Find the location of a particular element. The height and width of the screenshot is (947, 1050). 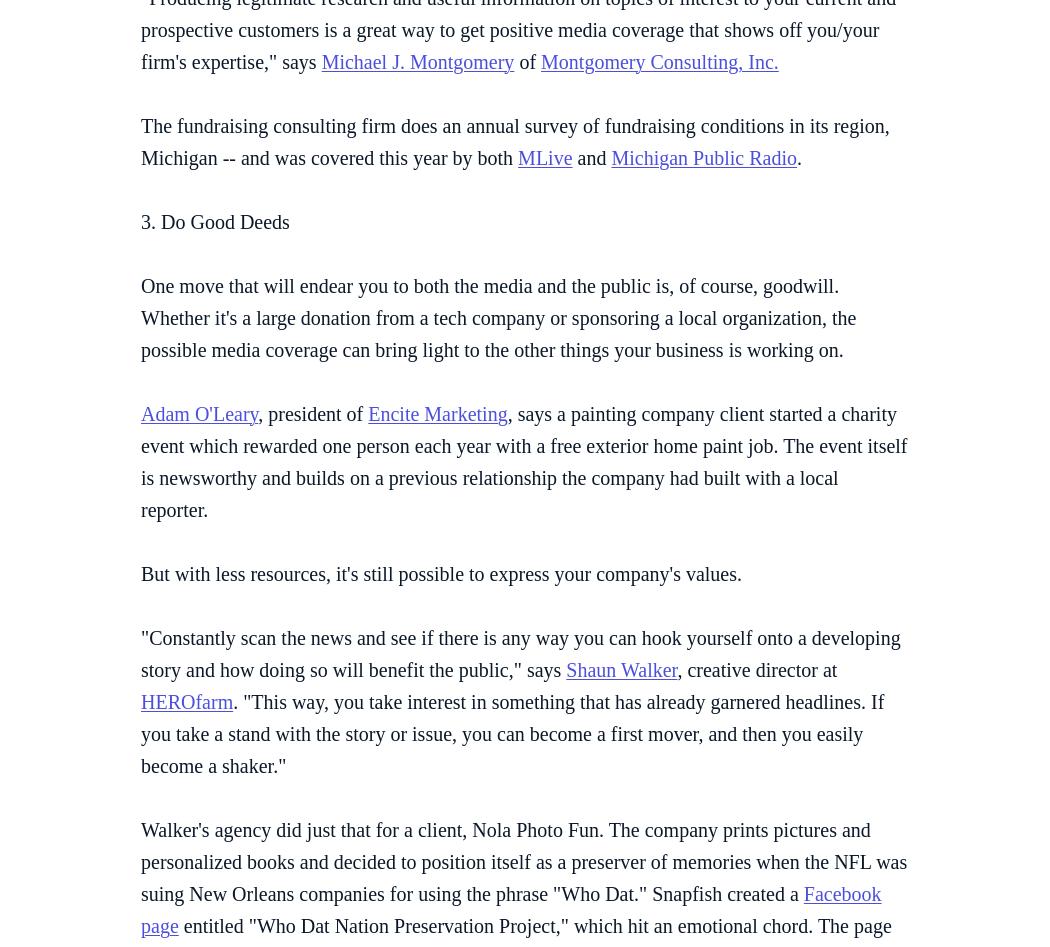

', says a painting company client started a charity event which rewarded one person each year with a free exterior home paint job. The event itself is newsworthy and builds on a previous relationship the company had built with a local reporter.' is located at coordinates (522, 460).